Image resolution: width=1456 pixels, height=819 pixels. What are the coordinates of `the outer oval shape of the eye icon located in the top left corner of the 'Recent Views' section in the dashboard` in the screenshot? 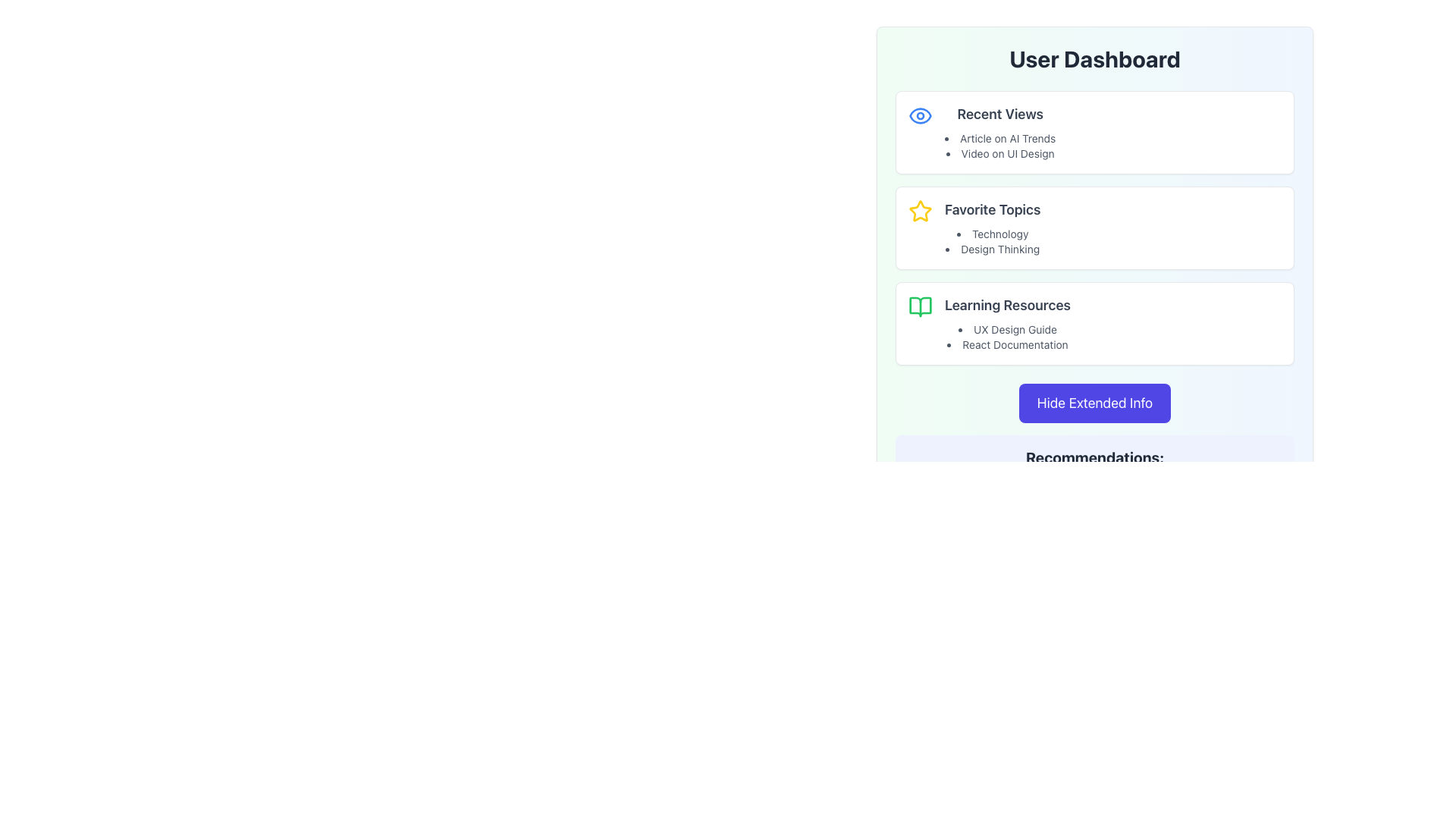 It's located at (920, 114).